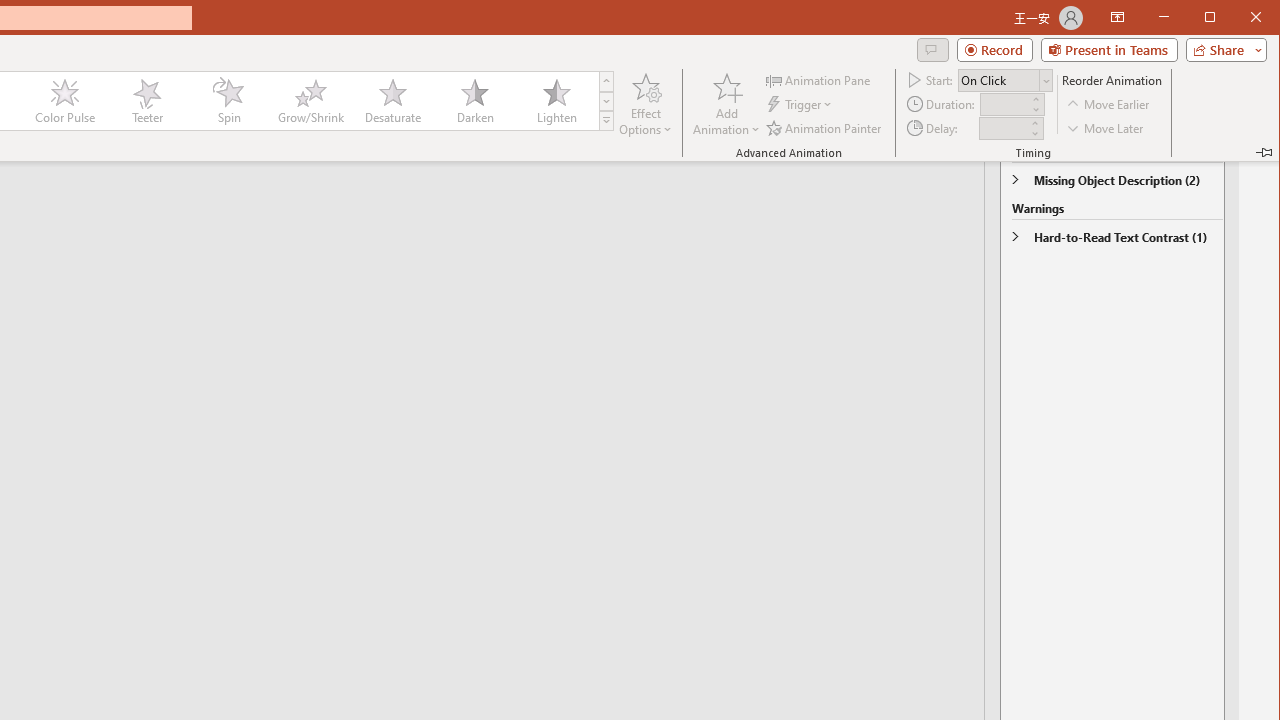  Describe the element at coordinates (1238, 19) in the screenshot. I see `'Maximize'` at that location.